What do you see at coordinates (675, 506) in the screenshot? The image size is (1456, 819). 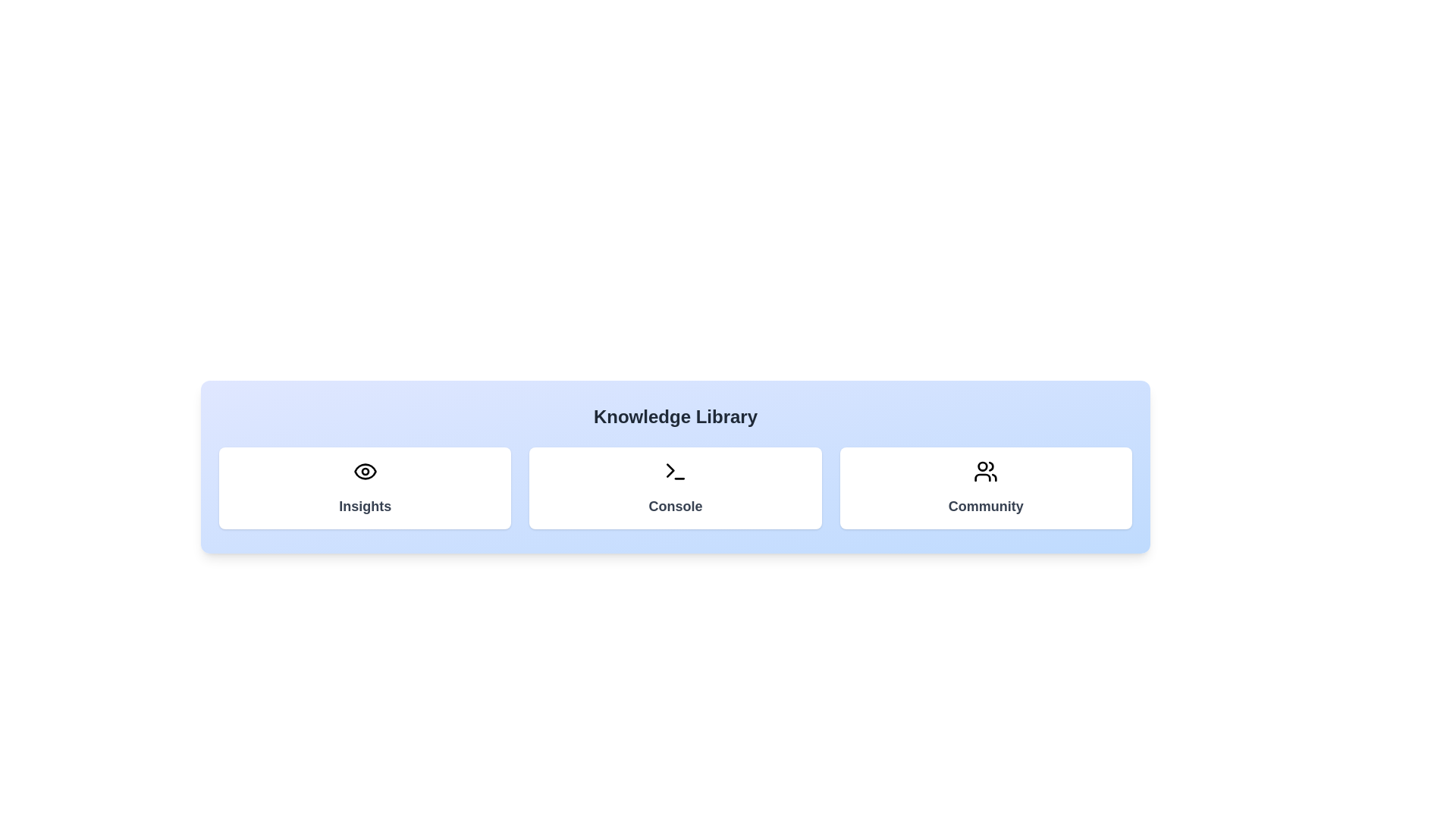 I see `the text label at the bottom of the card, which serves to indicate the function or content type of the card` at bounding box center [675, 506].